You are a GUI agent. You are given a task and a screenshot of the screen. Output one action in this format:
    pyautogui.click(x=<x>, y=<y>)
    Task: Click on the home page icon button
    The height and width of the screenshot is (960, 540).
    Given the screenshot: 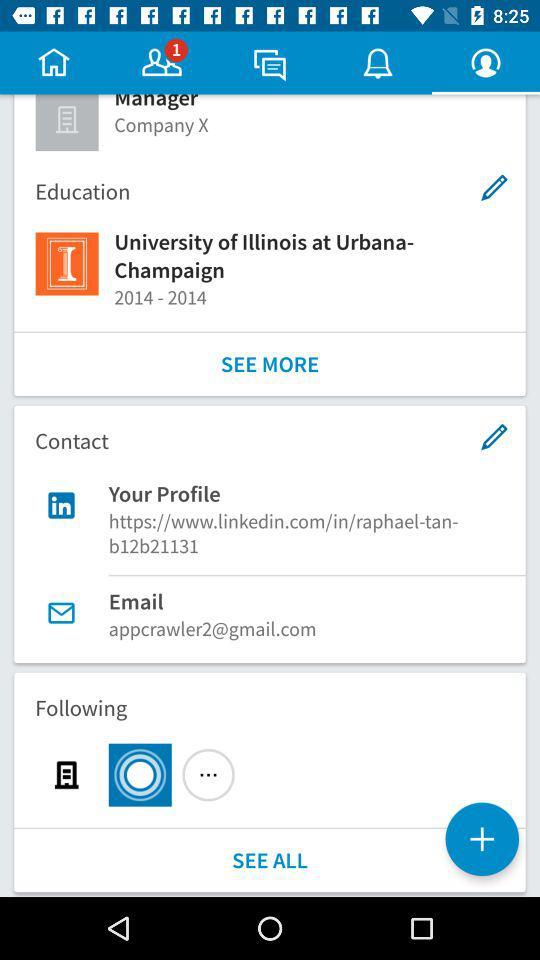 What is the action you would take?
    pyautogui.click(x=54, y=62)
    